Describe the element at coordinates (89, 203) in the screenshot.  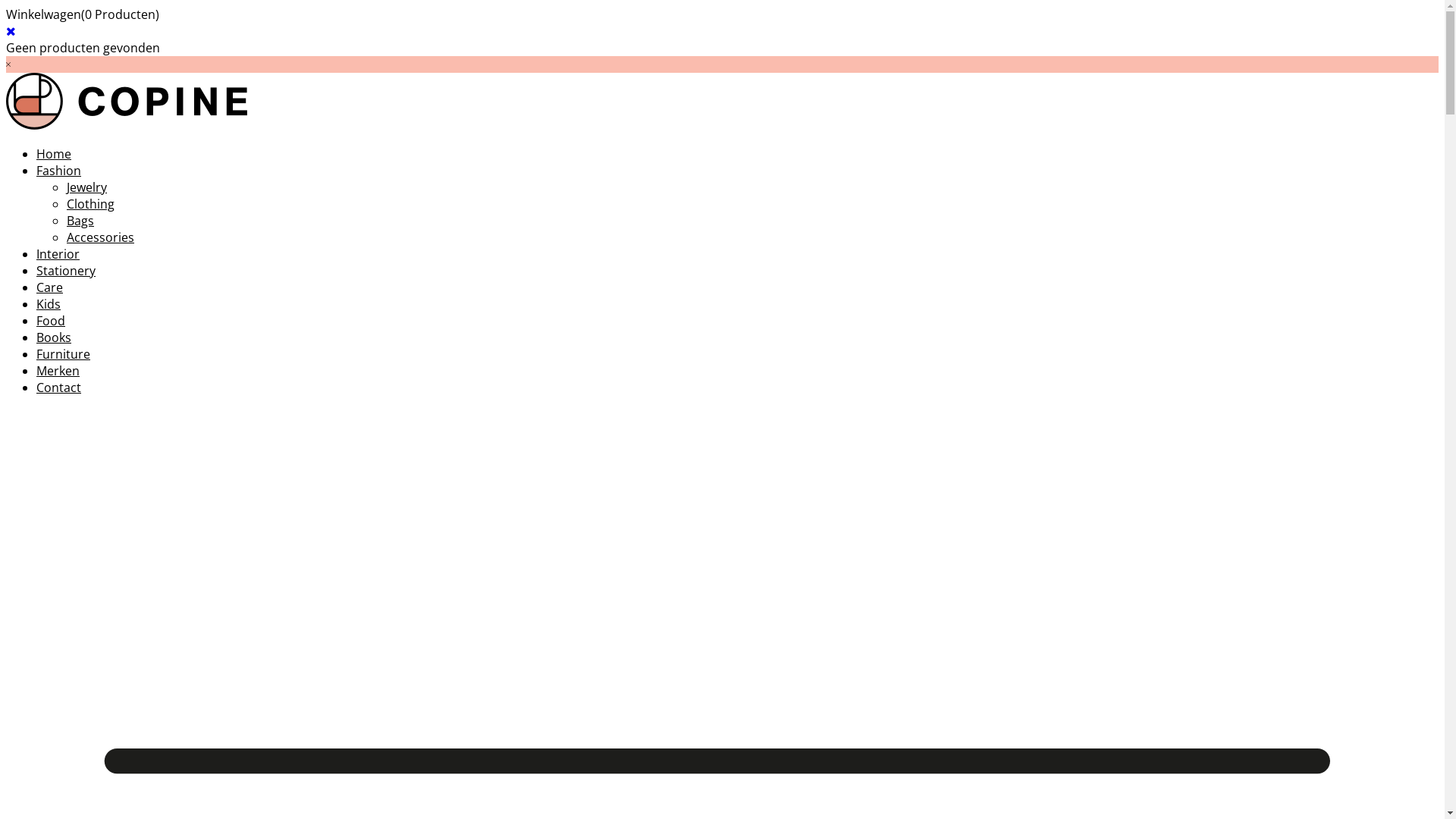
I see `'Clothing'` at that location.